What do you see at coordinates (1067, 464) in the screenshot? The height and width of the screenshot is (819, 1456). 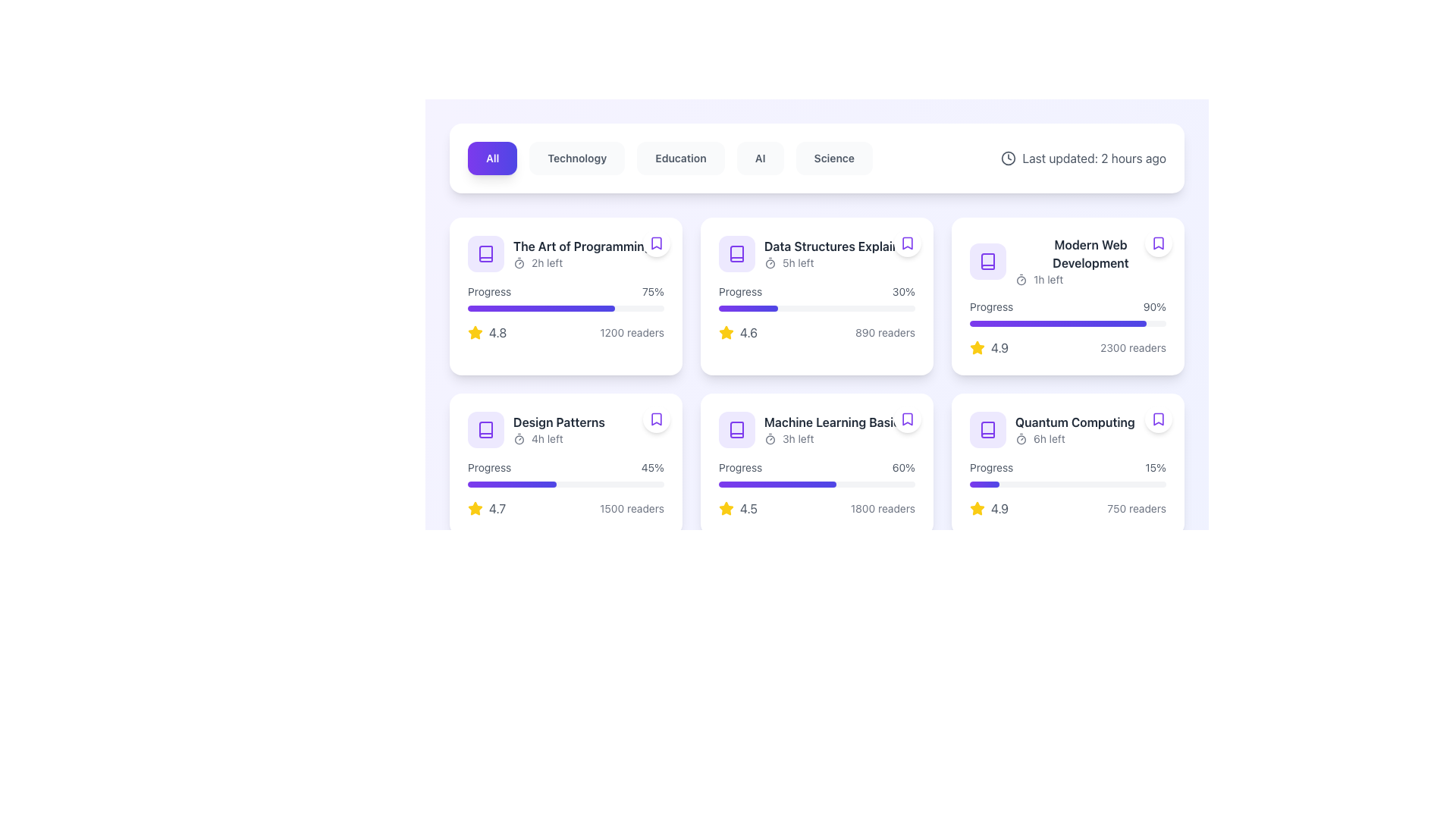 I see `information displayed on the 'Quantum Computing' card, which is the rightmost card in the bottom row of a grid layout` at bounding box center [1067, 464].